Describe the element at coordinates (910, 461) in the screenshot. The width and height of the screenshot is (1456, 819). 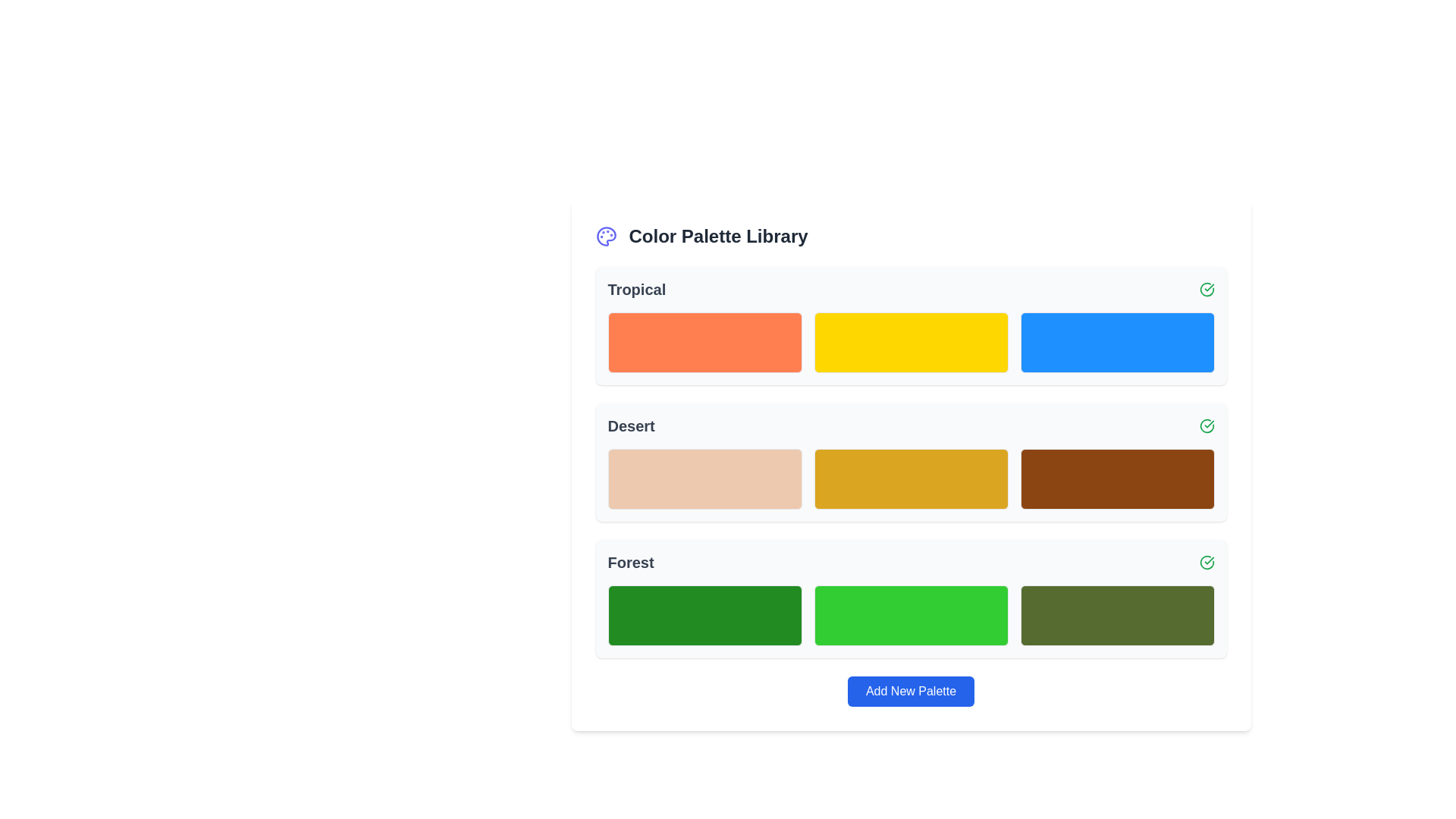
I see `the grid layout containing color swatches labeled 'Tropical,' 'Desert,' and 'Forest' to select a palette` at that location.